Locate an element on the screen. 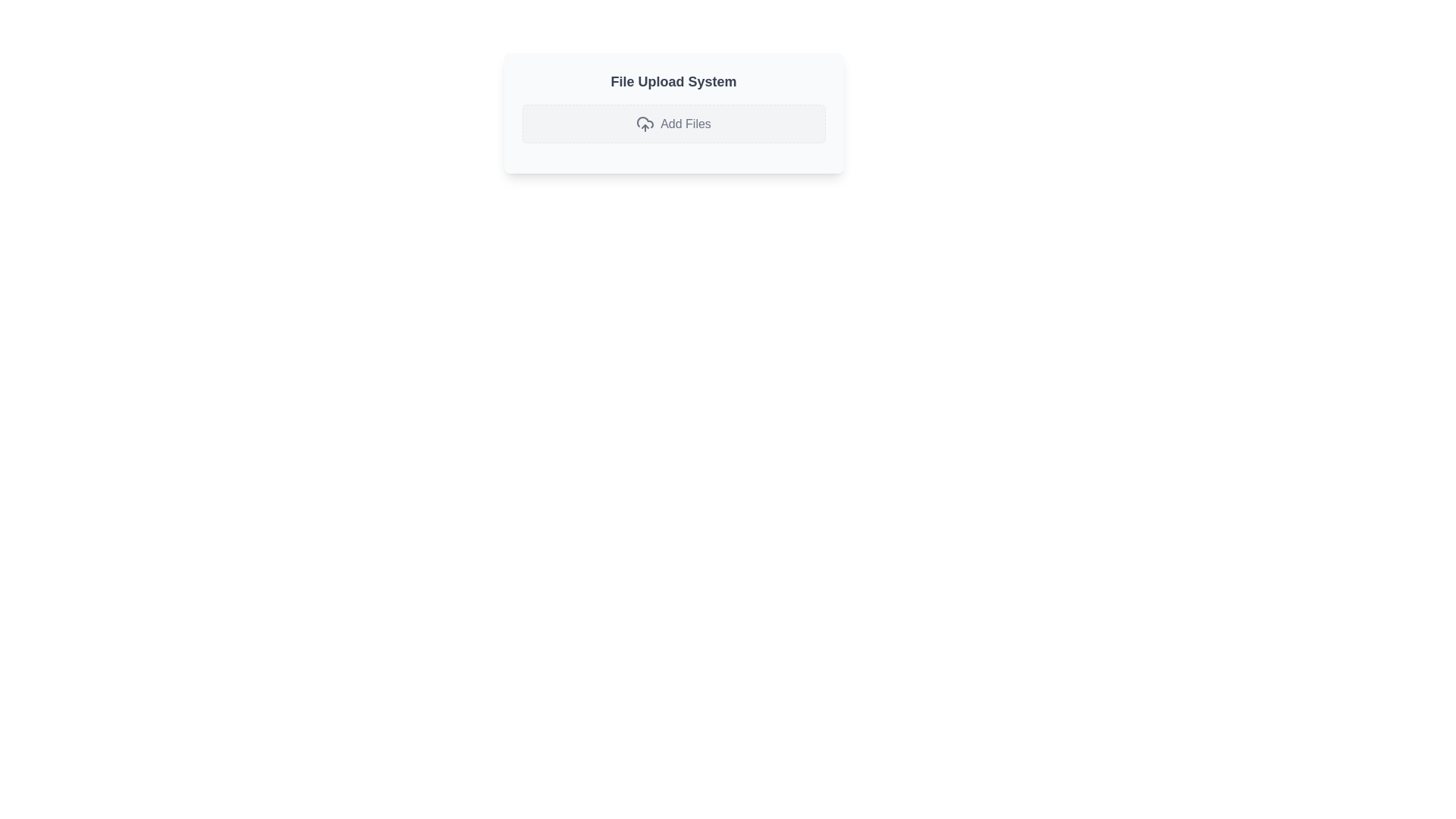  the unique 'Add Files' dashed box in the 'File Upload System' interface card, which is centered below the header and has a light gray background is located at coordinates (673, 112).